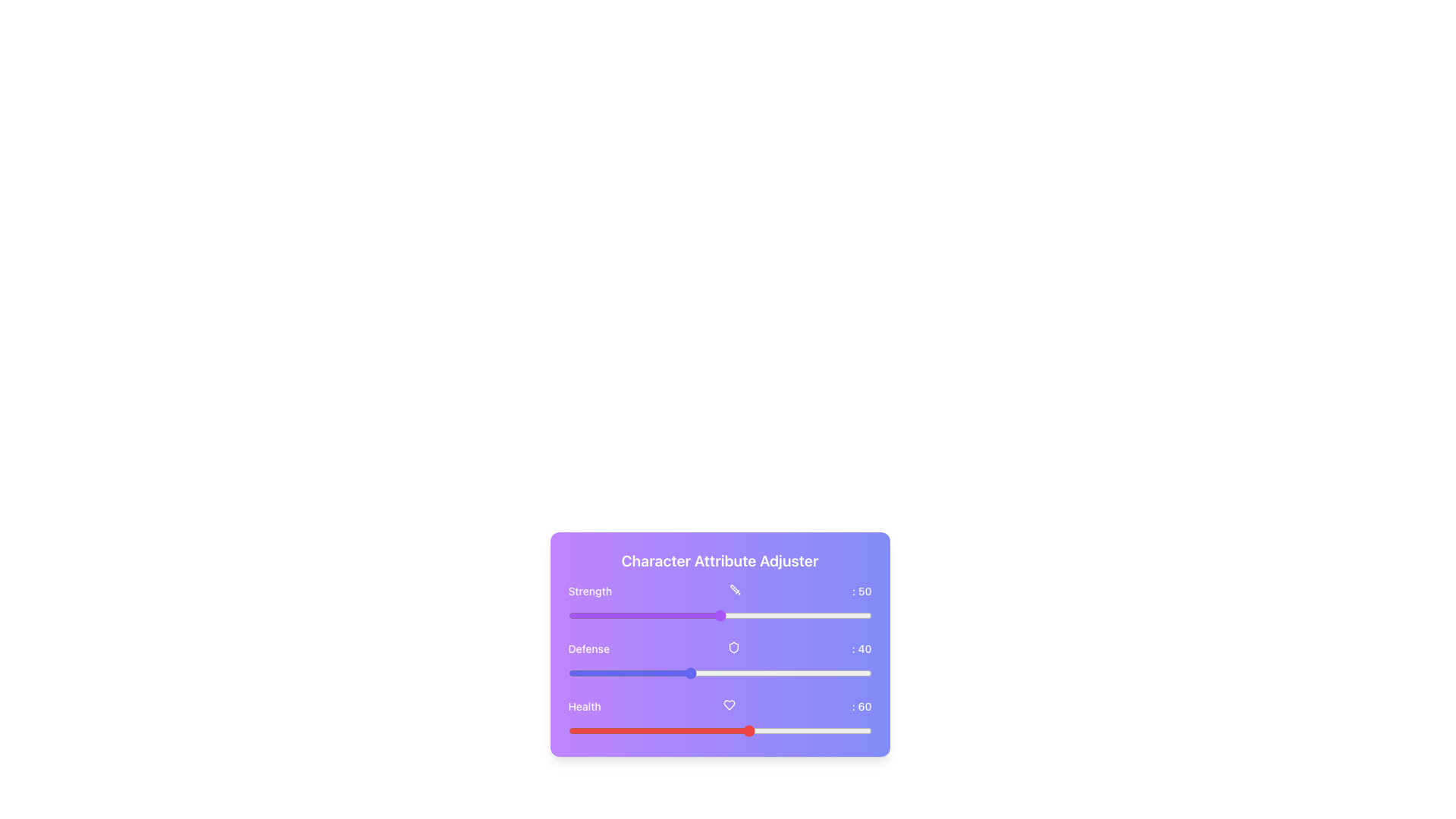 The width and height of the screenshot is (1456, 819). What do you see at coordinates (667, 730) in the screenshot?
I see `the Health slider` at bounding box center [667, 730].